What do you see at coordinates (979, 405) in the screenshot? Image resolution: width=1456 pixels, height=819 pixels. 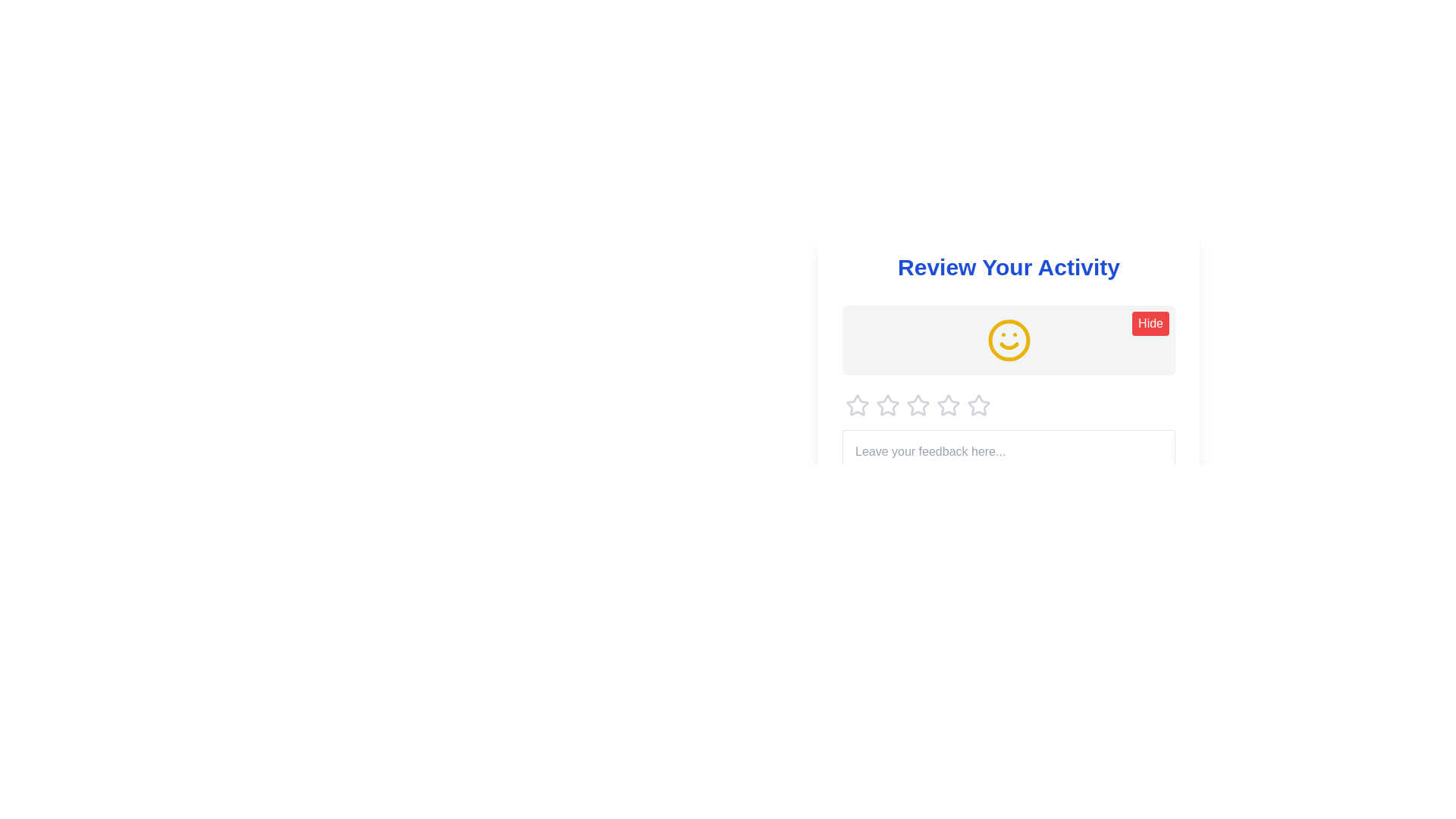 I see `the rating to 5 stars by clicking on the corresponding star` at bounding box center [979, 405].